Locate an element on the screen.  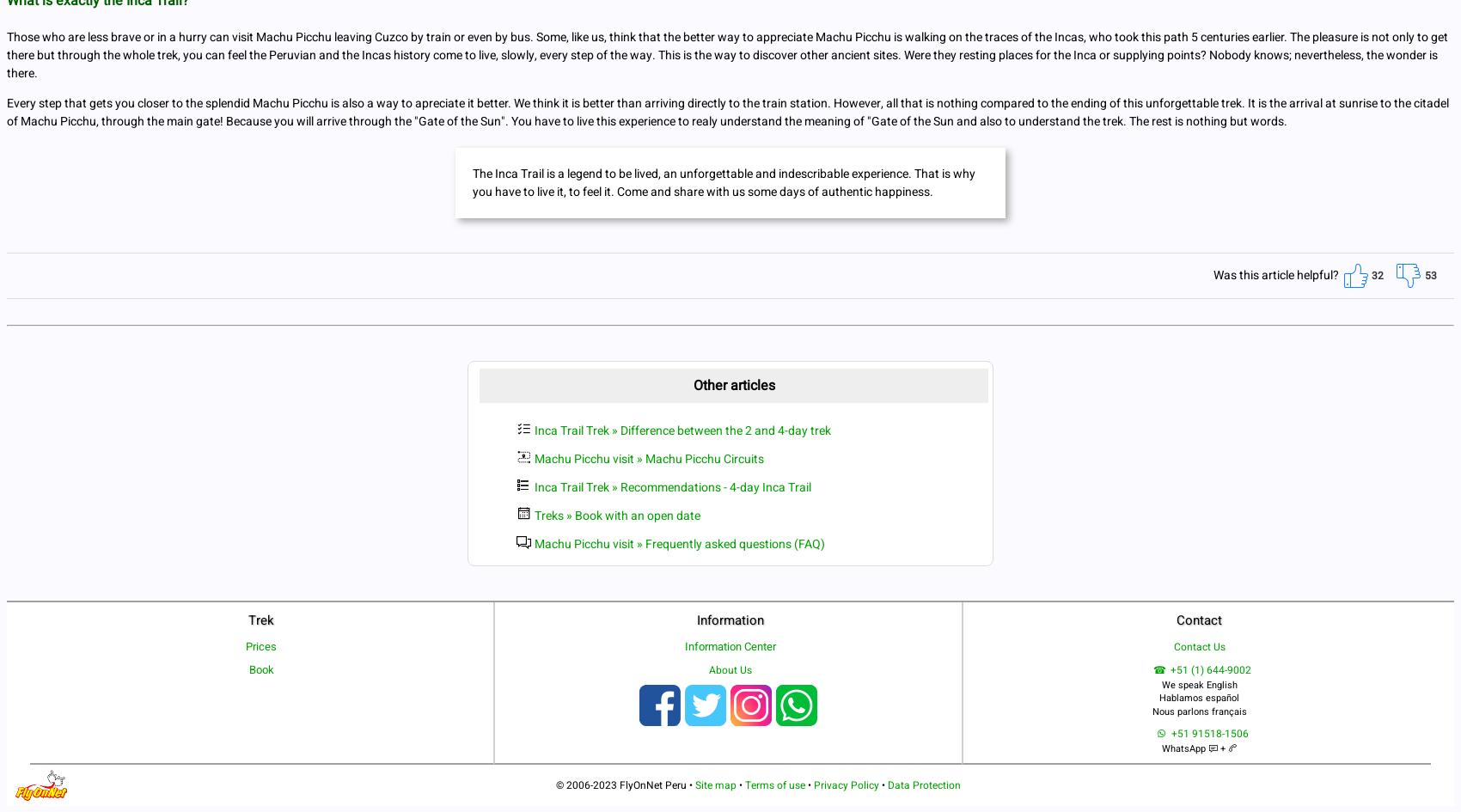
'Machu Picchu visit » Frequently asked questions (FAQ)' is located at coordinates (534, 543).